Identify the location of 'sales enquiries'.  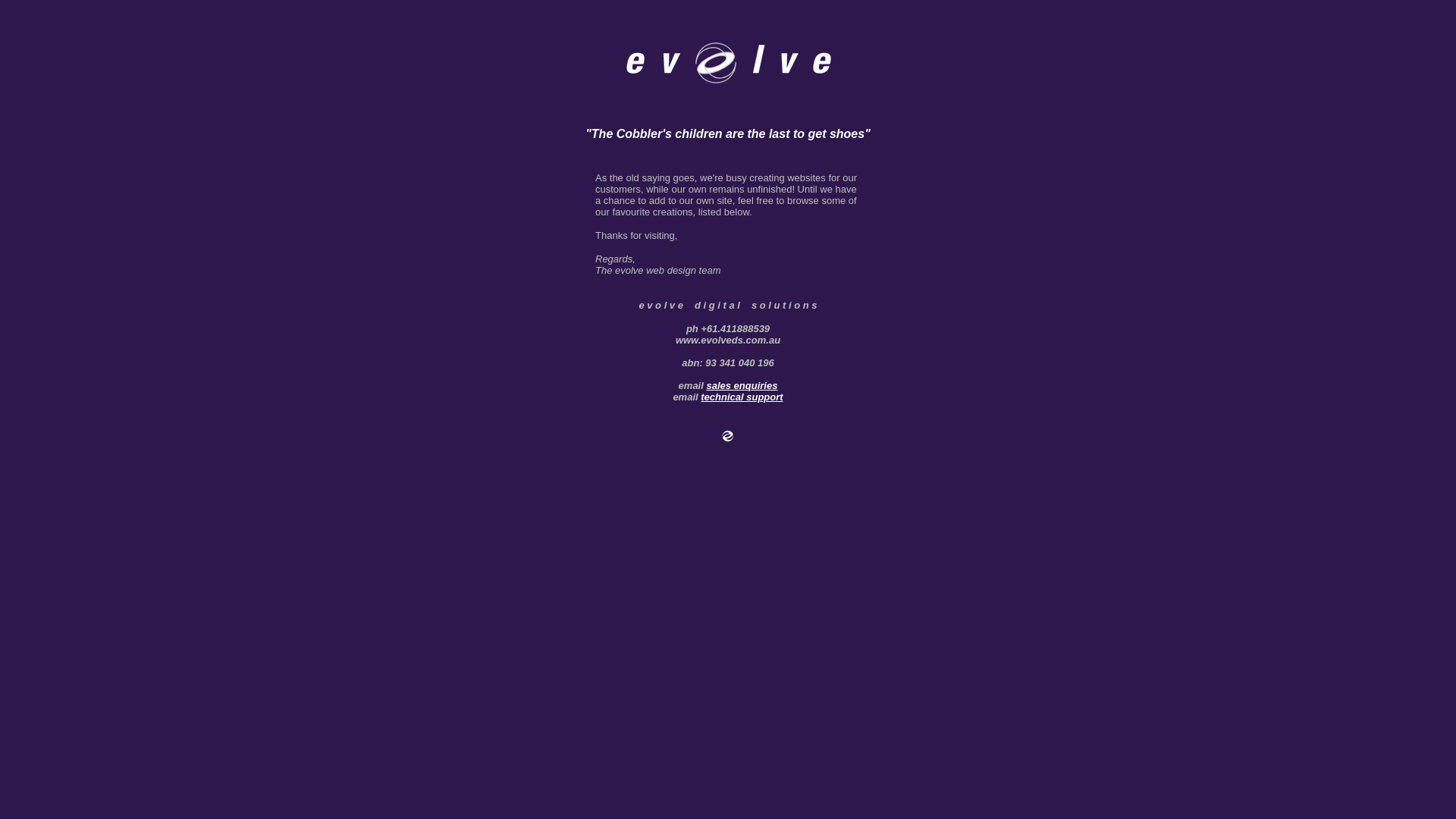
(742, 384).